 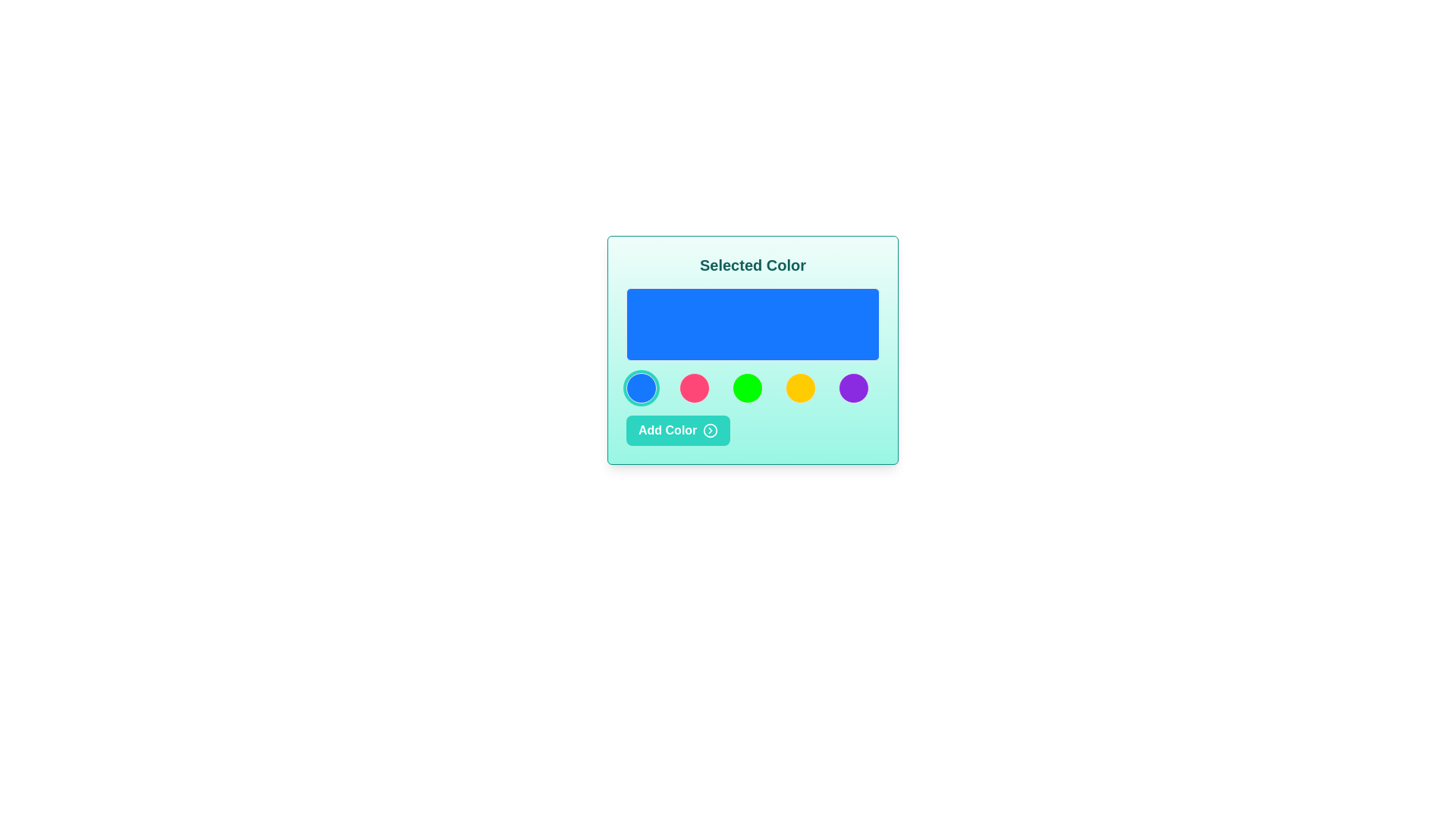 I want to click on the Color display area that visually represents the selected color, located beneath the 'Selected Color' title and above the colored buttons, so click(x=753, y=324).